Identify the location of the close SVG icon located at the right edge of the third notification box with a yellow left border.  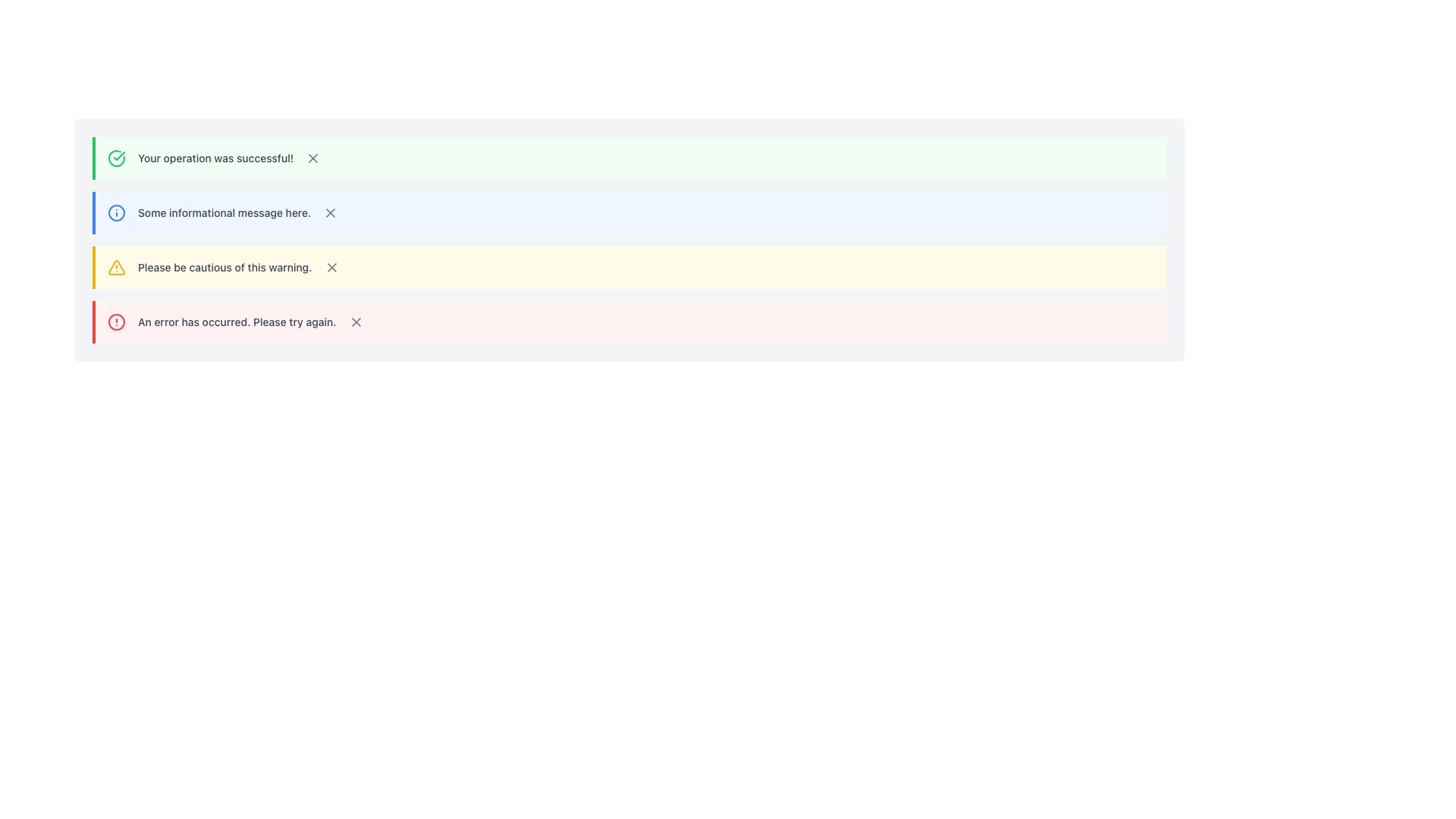
(312, 158).